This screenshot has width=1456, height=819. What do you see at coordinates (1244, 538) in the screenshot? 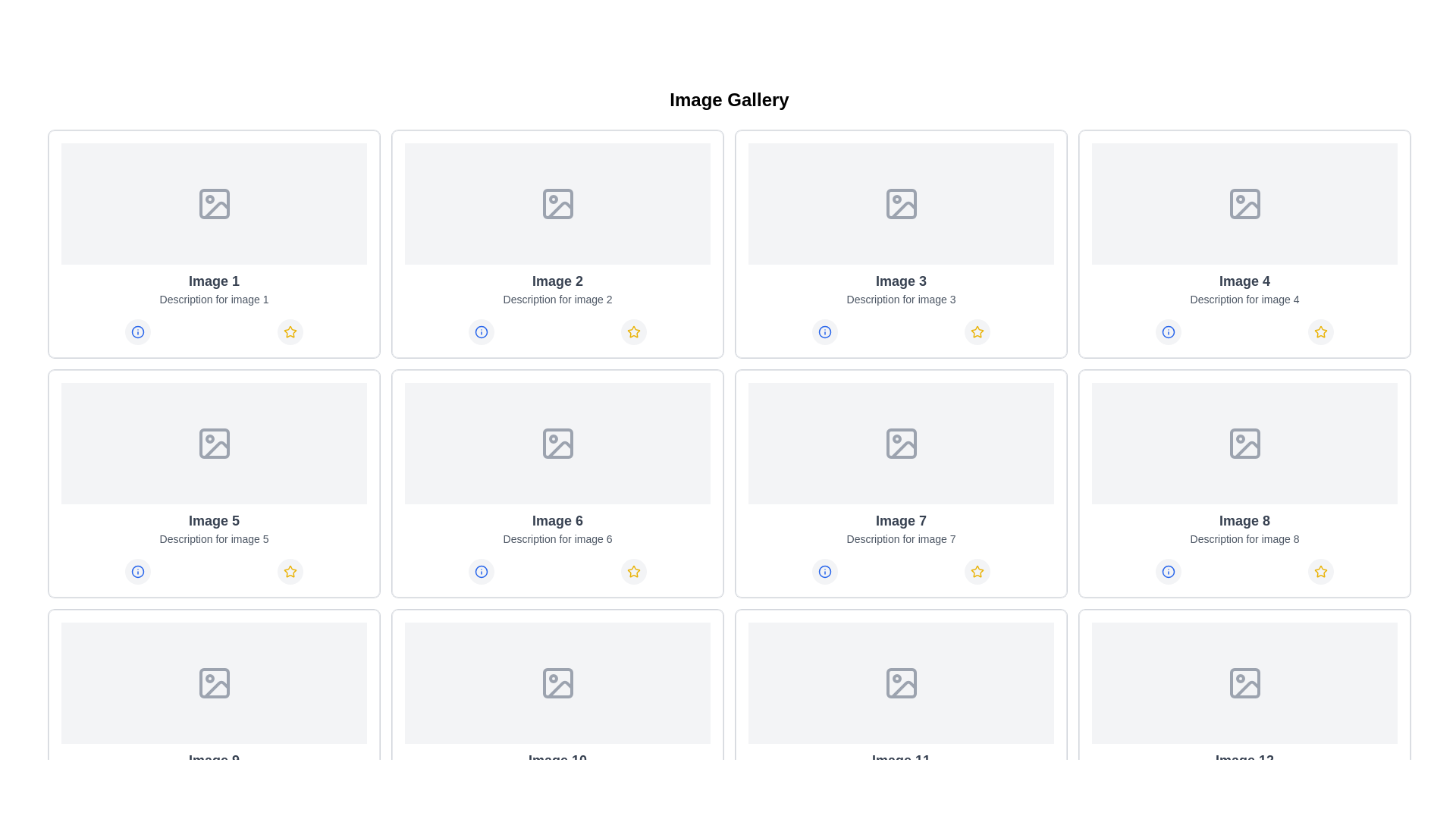
I see `the Text label that provides a descriptive caption for the associated image, located below the title 'Image 8' in a rectangular card in the bottom-right corner of the interface` at bounding box center [1244, 538].